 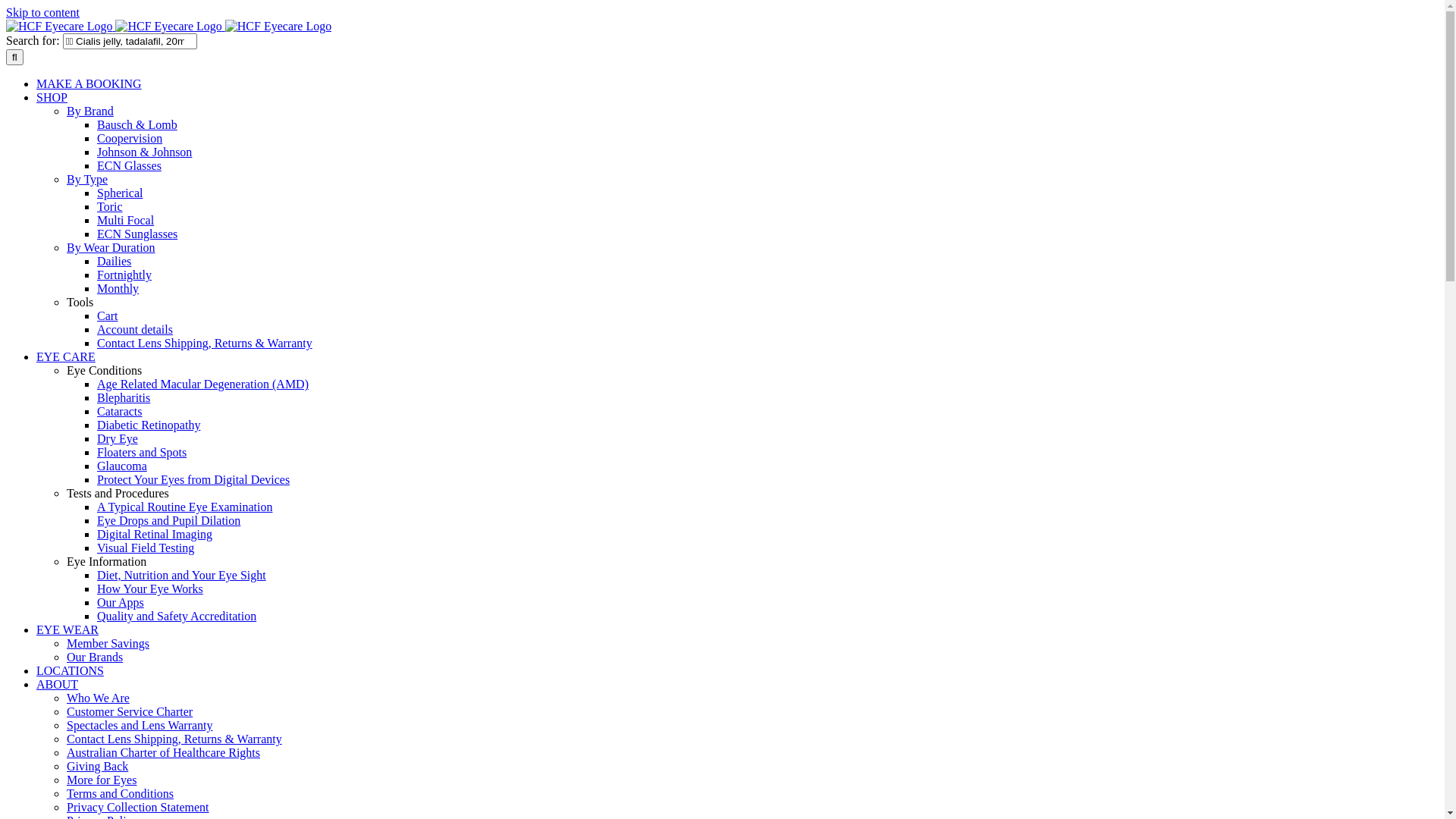 I want to click on 'Coopervision', so click(x=130, y=138).